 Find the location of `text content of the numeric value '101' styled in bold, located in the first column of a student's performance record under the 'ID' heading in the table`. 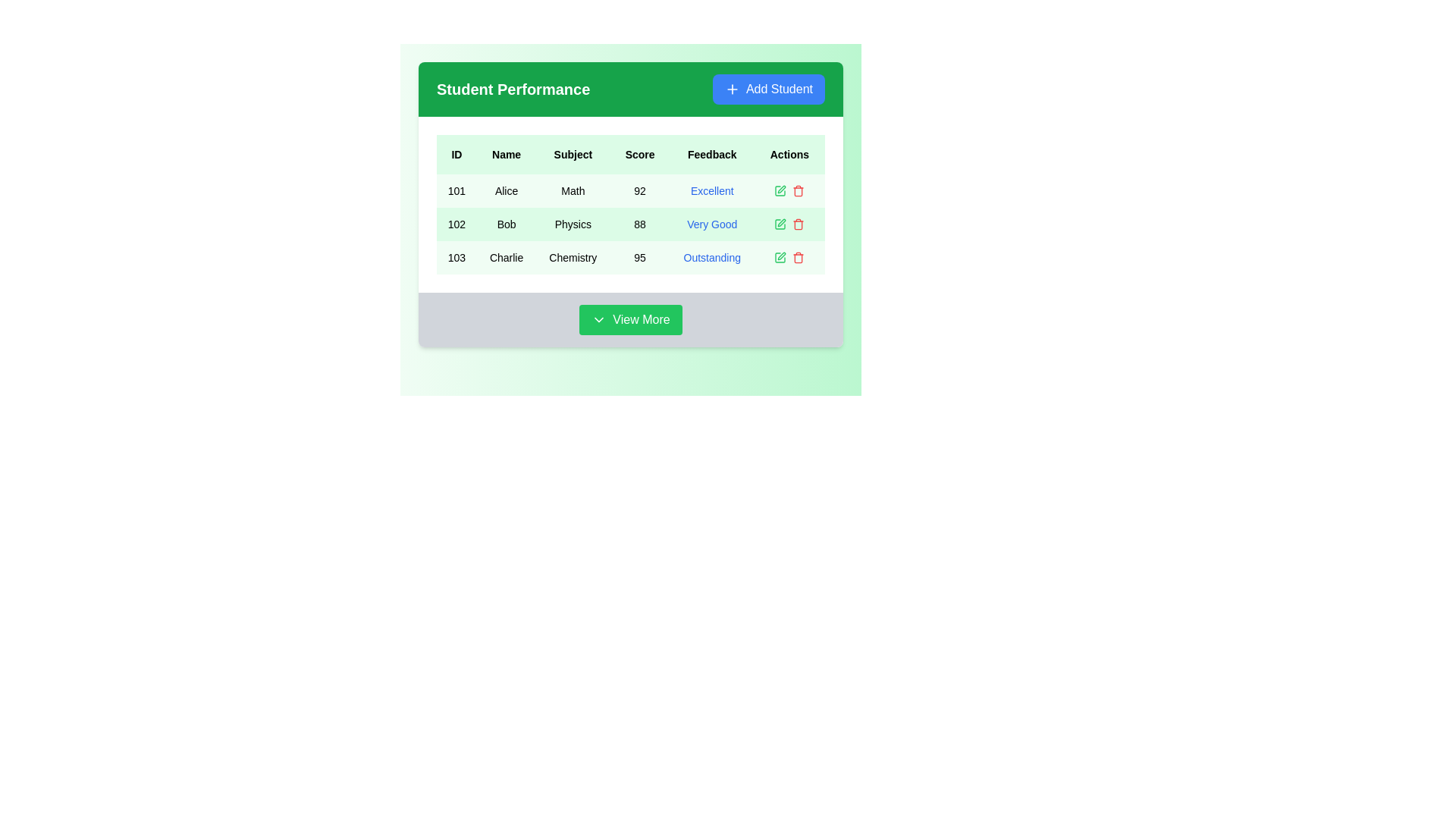

text content of the numeric value '101' styled in bold, located in the first column of a student's performance record under the 'ID' heading in the table is located at coordinates (456, 190).